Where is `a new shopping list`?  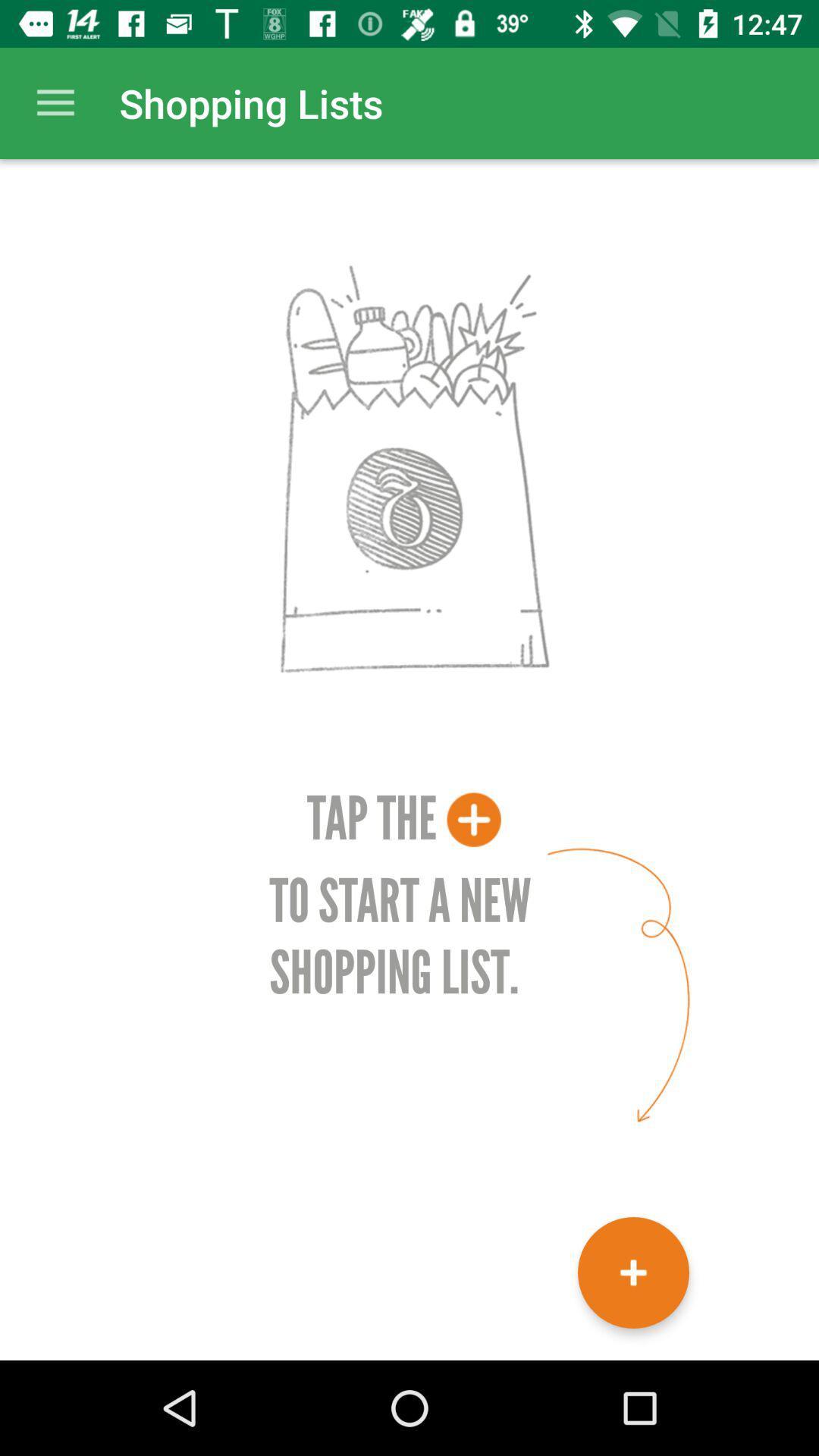
a new shopping list is located at coordinates (633, 1272).